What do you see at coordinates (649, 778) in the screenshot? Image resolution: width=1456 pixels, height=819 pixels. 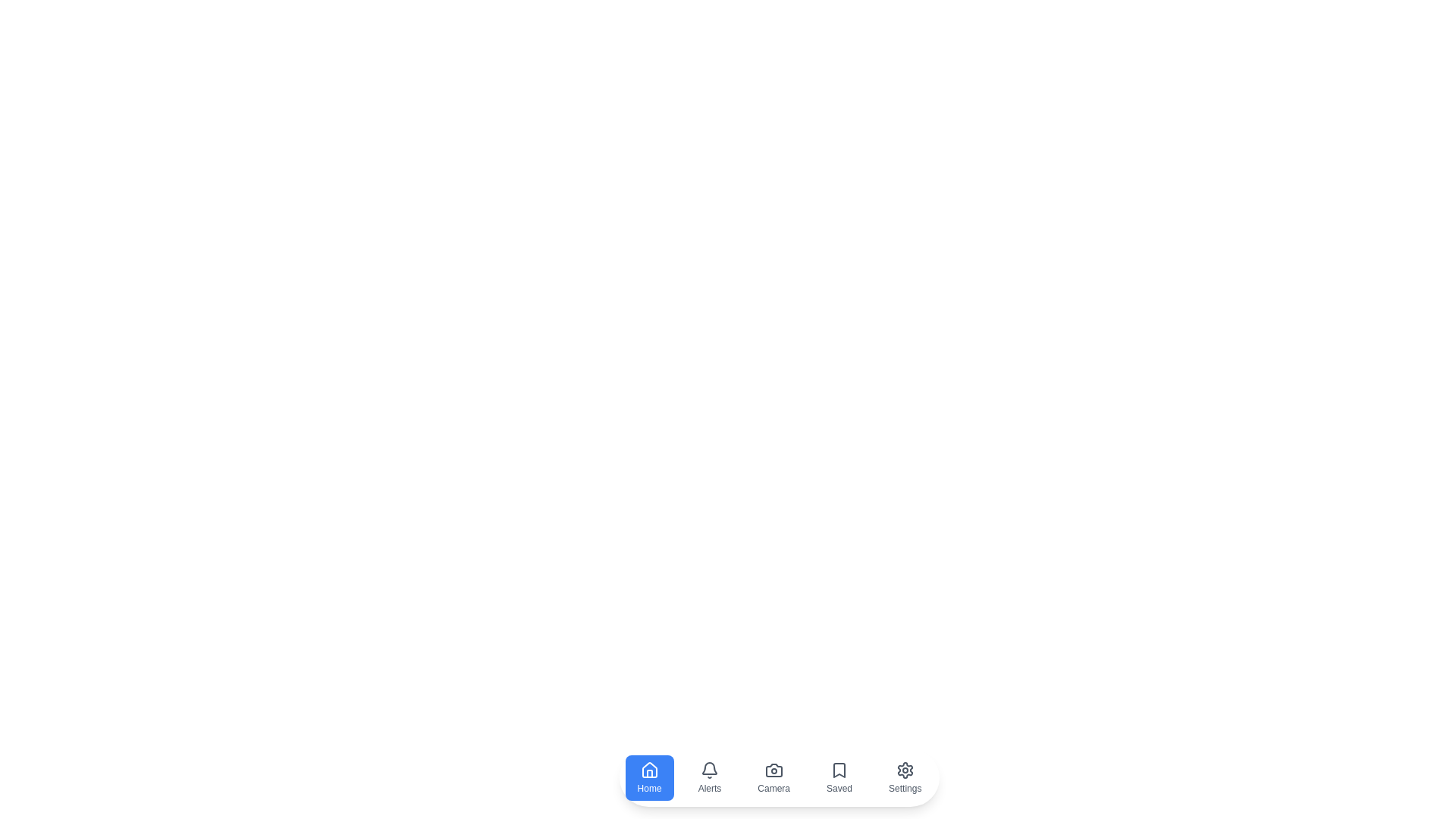 I see `the navigation item Home by clicking on its respective button` at bounding box center [649, 778].